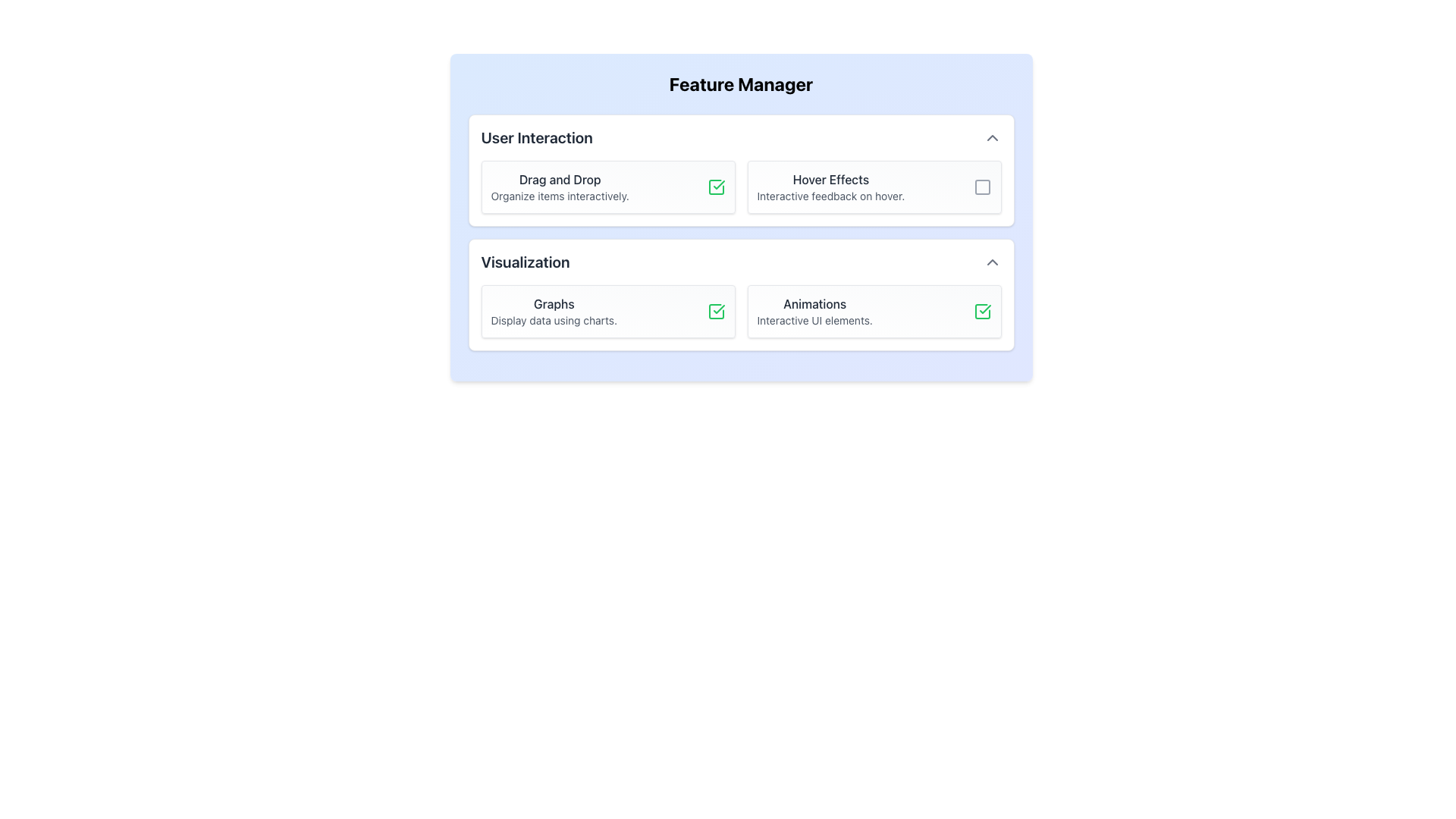  What do you see at coordinates (553, 320) in the screenshot?
I see `text label that says 'Display data using charts.' located under the 'Graphs' heading in the 'Visualization' section` at bounding box center [553, 320].